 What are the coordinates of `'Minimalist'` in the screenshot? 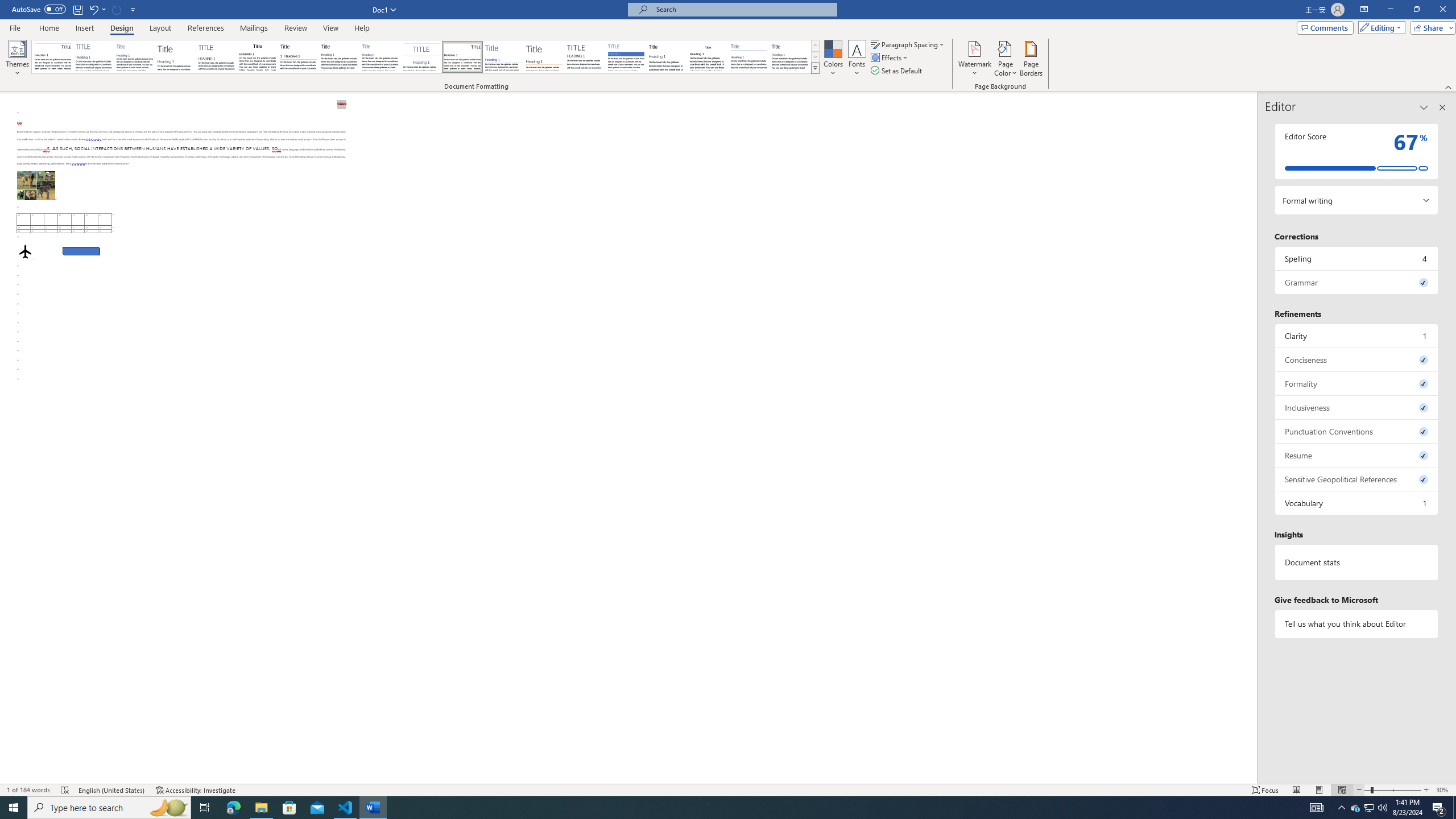 It's located at (585, 56).